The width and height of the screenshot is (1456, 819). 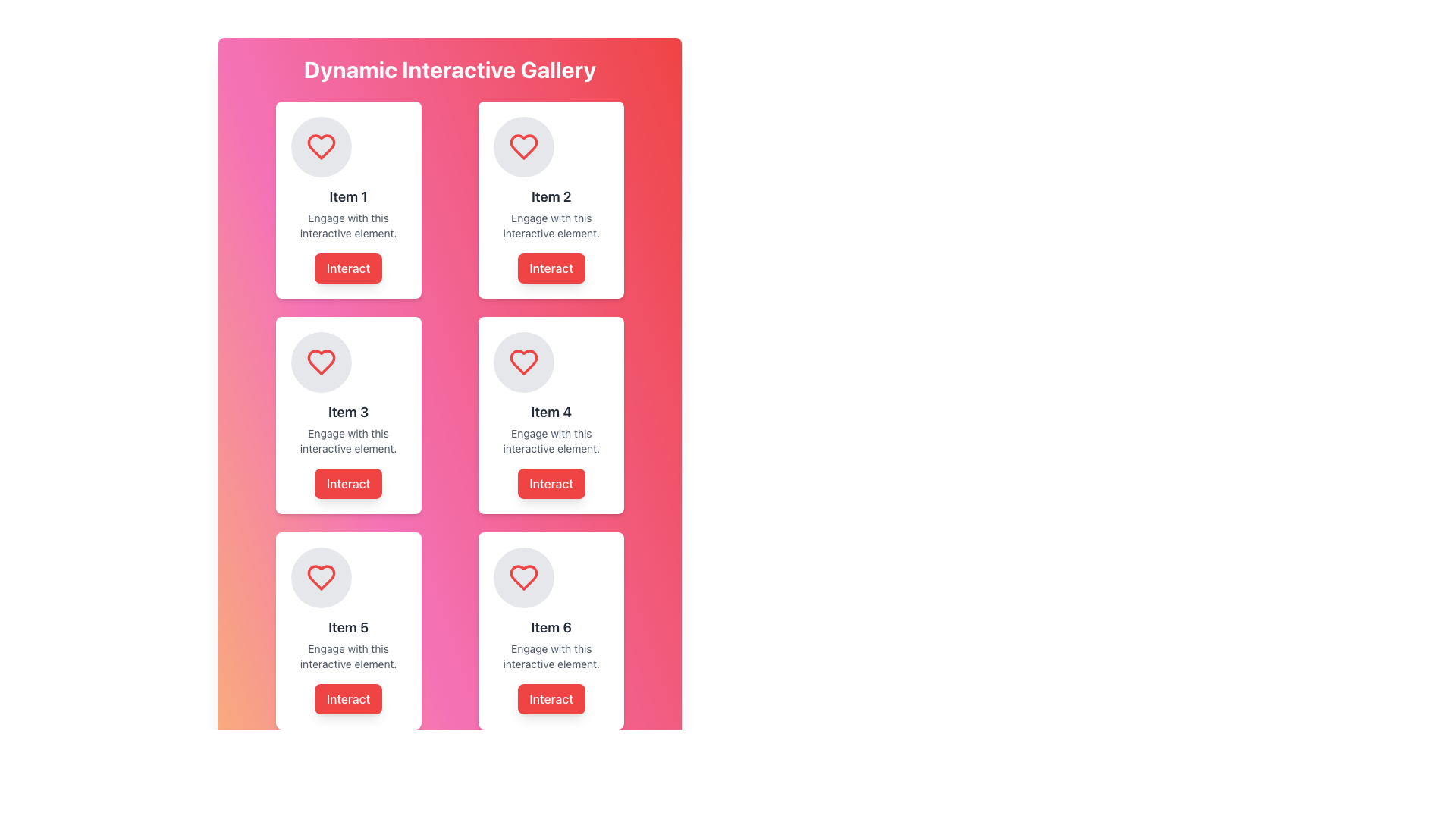 What do you see at coordinates (347, 628) in the screenshot?
I see `the text label that displays 'Item 5', which is bold and large in a dark gray font on a white background, located at the center of the leftmost card in the bottom row of the grid layout` at bounding box center [347, 628].